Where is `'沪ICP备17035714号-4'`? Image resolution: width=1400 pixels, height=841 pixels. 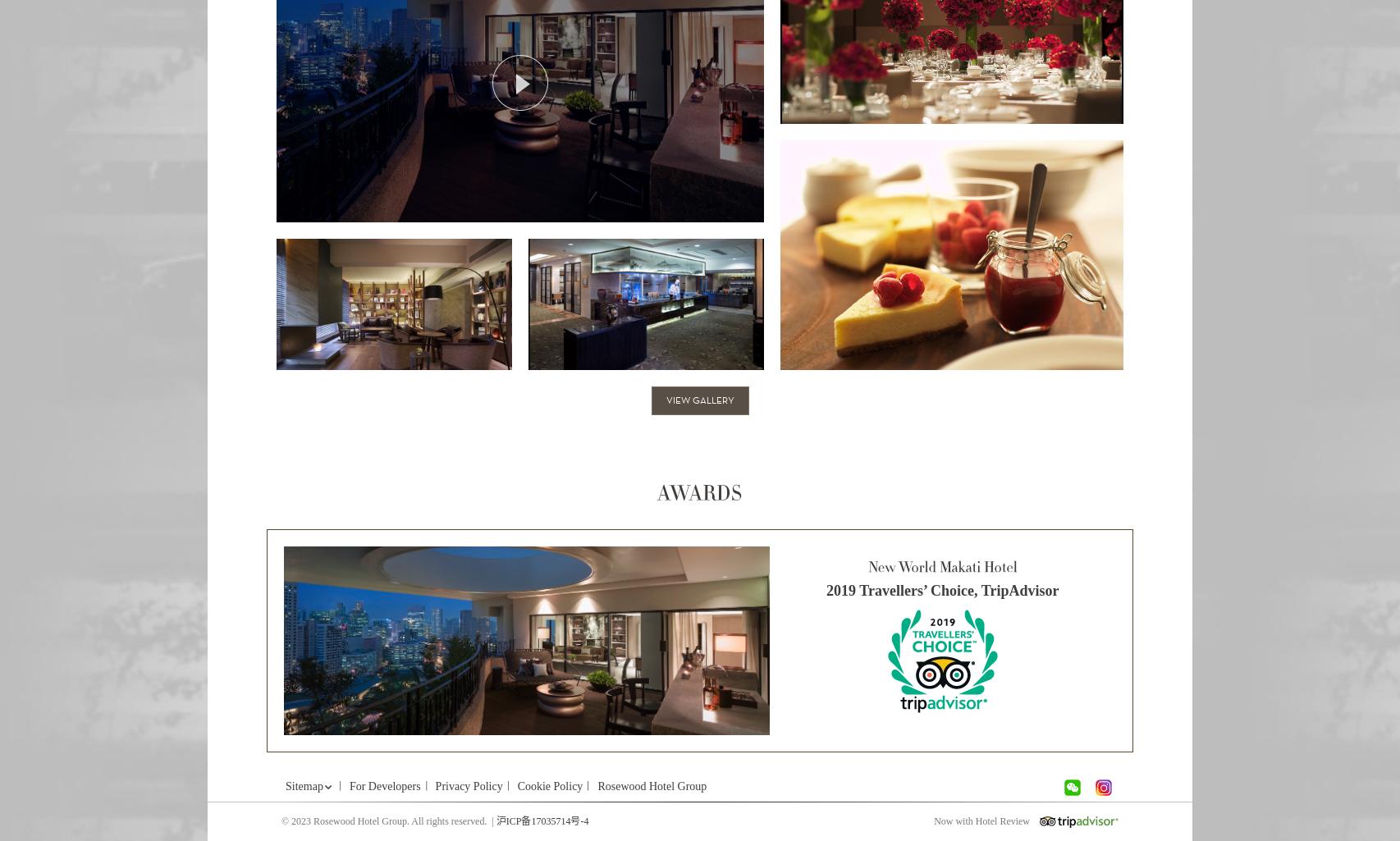 '沪ICP备17035714号-4' is located at coordinates (541, 820).